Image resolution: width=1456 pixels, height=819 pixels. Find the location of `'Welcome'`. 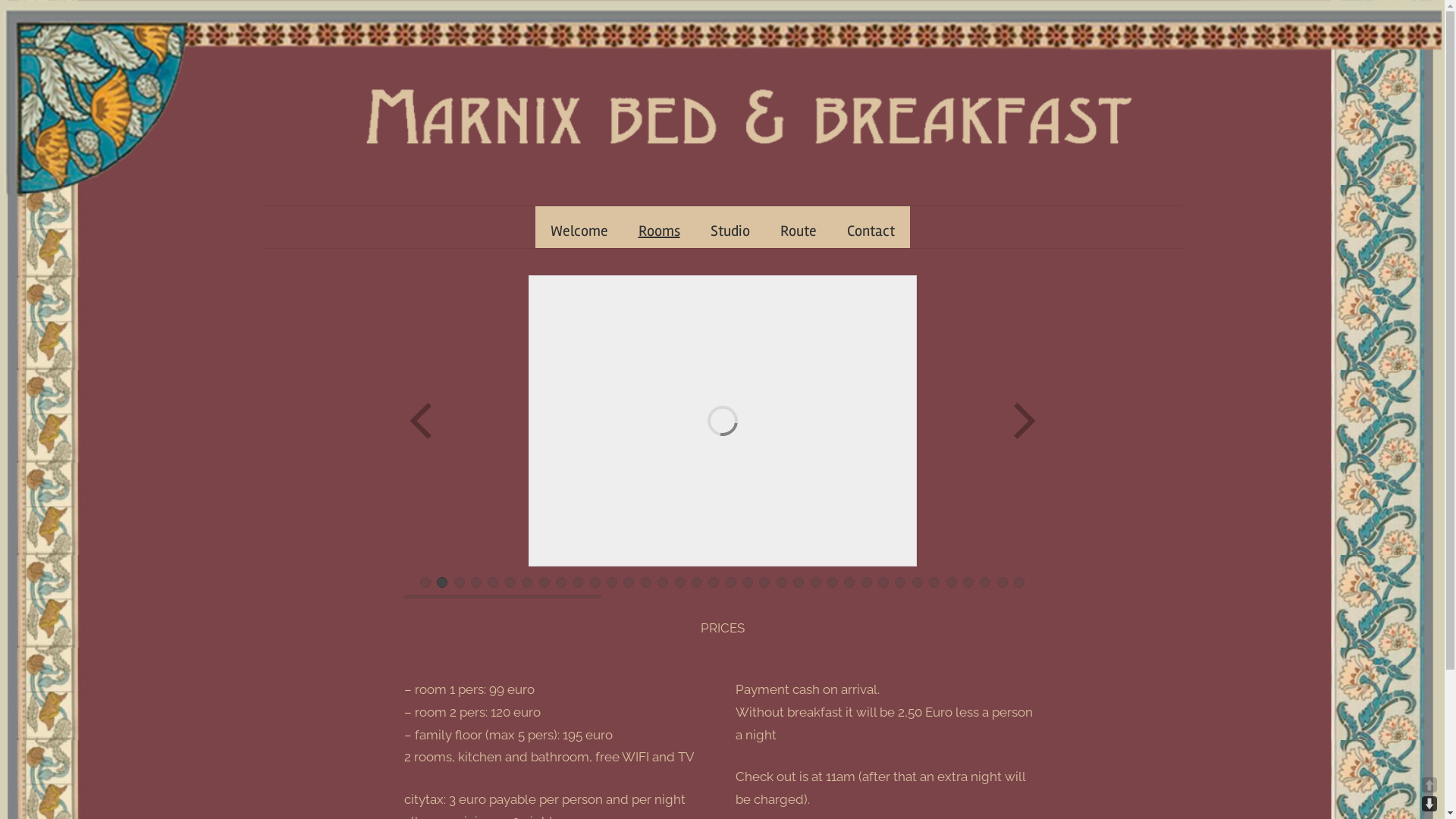

'Welcome' is located at coordinates (578, 231).